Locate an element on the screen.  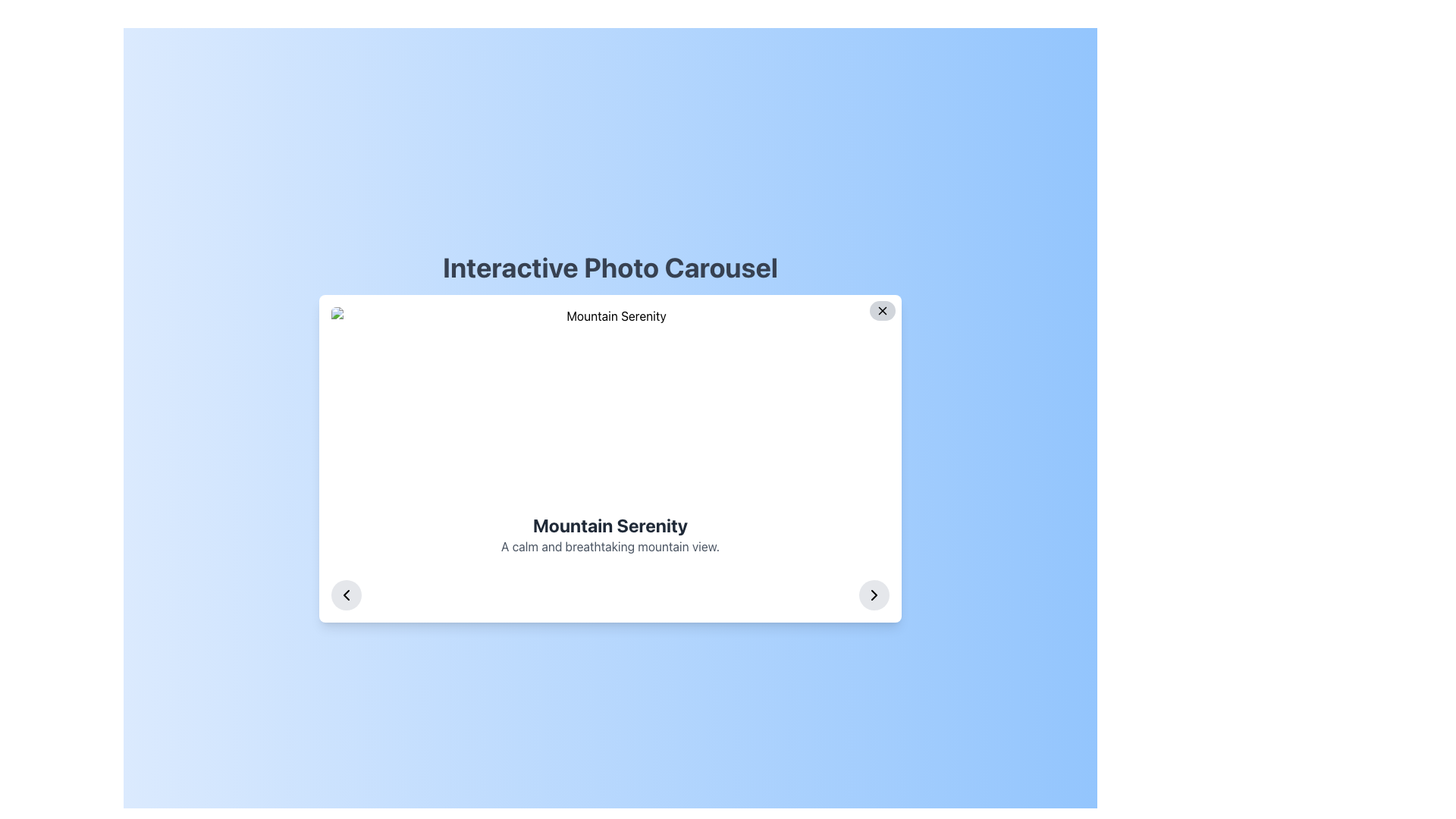
the navigation button located at the bottom-left corner of the photo carousel is located at coordinates (345, 595).